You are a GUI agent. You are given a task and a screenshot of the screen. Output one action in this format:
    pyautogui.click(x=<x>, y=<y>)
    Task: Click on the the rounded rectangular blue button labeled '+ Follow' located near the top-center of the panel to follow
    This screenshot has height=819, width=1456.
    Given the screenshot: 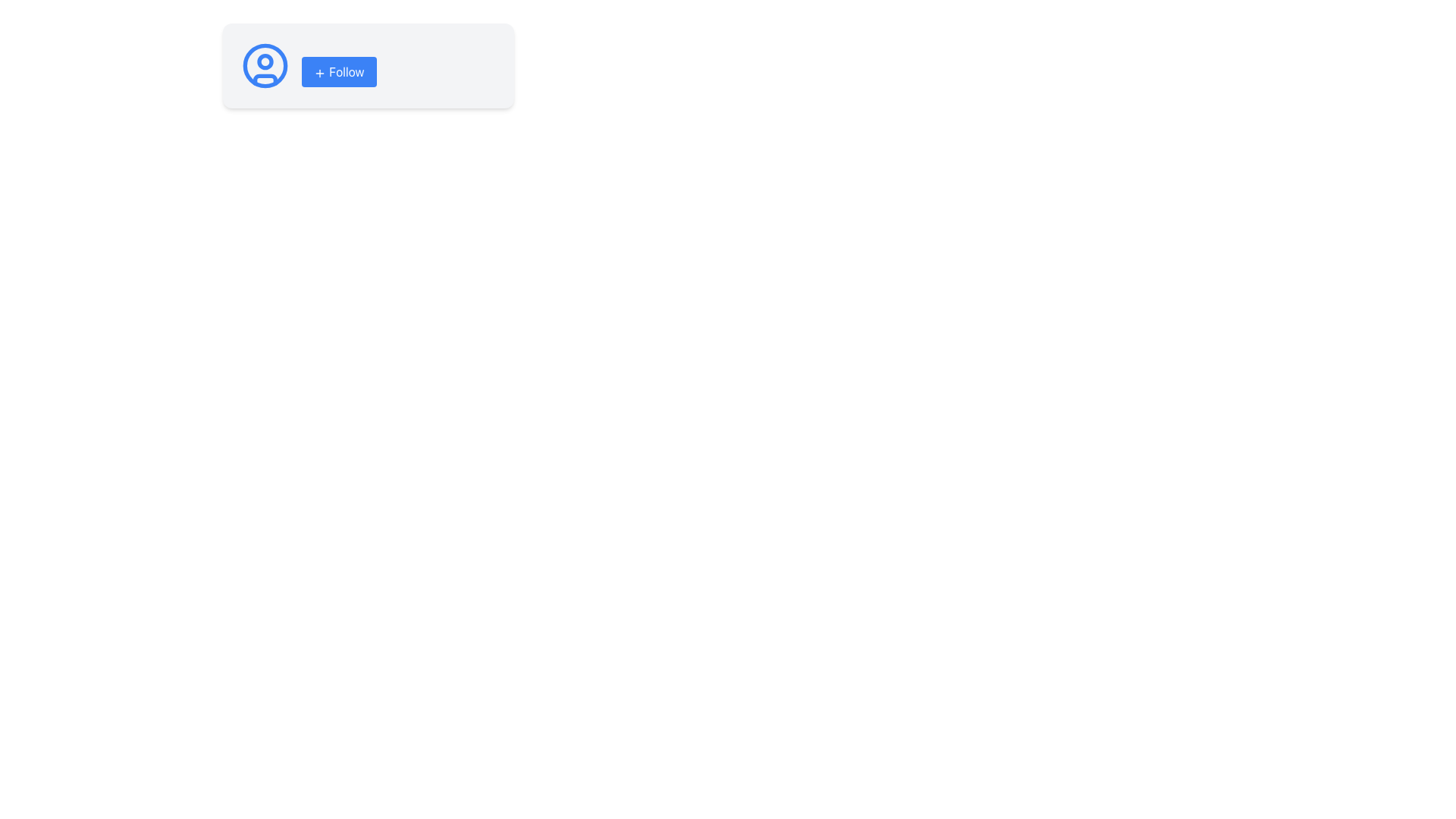 What is the action you would take?
    pyautogui.click(x=338, y=72)
    